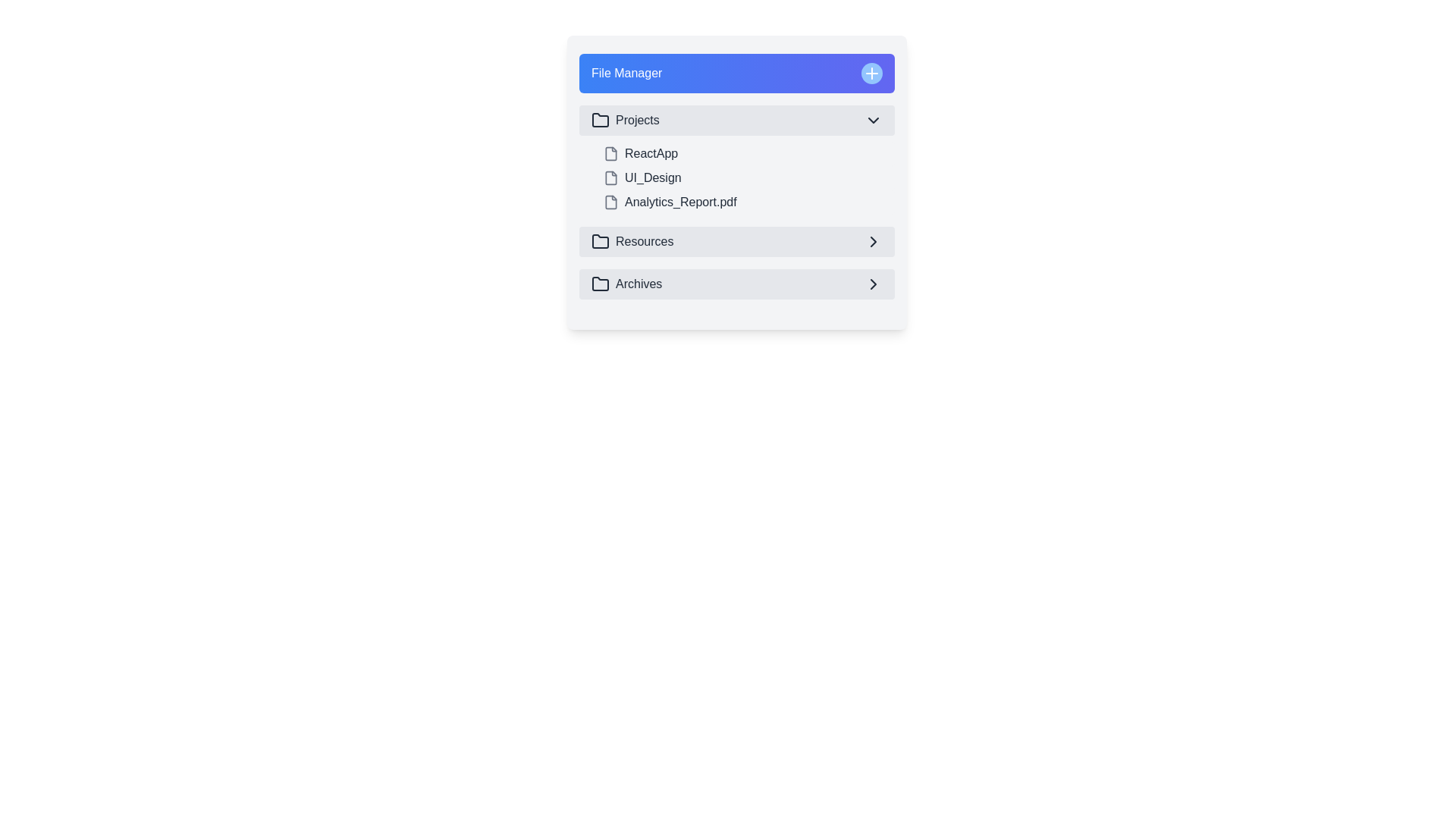 The width and height of the screenshot is (1456, 819). Describe the element at coordinates (745, 154) in the screenshot. I see `the first selectable item representing a file labeled 'ReactApp' in the 'Projects' section` at that location.